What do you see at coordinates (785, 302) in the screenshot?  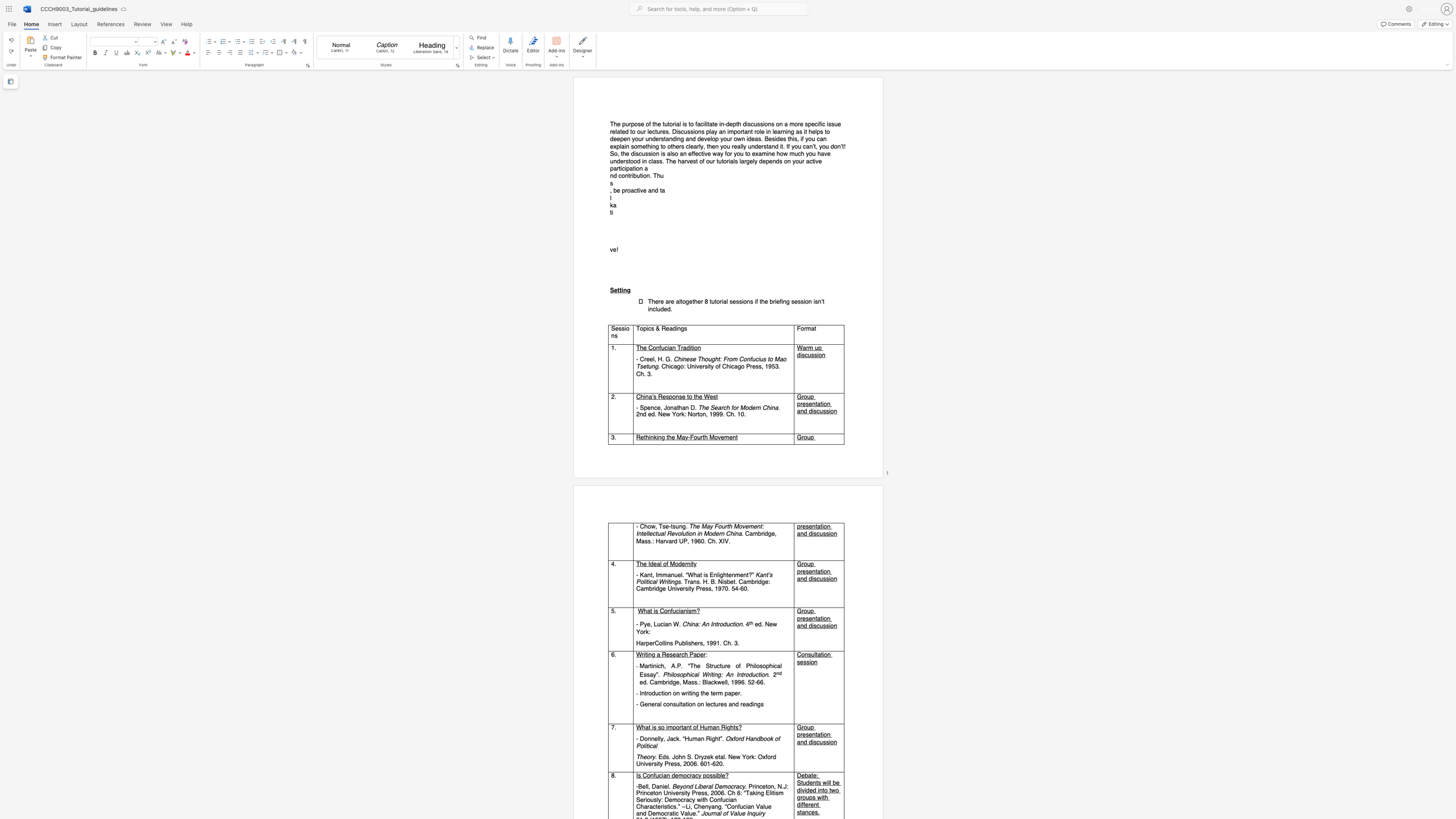 I see `the space between the continuous character "n" and "g" in the text` at bounding box center [785, 302].